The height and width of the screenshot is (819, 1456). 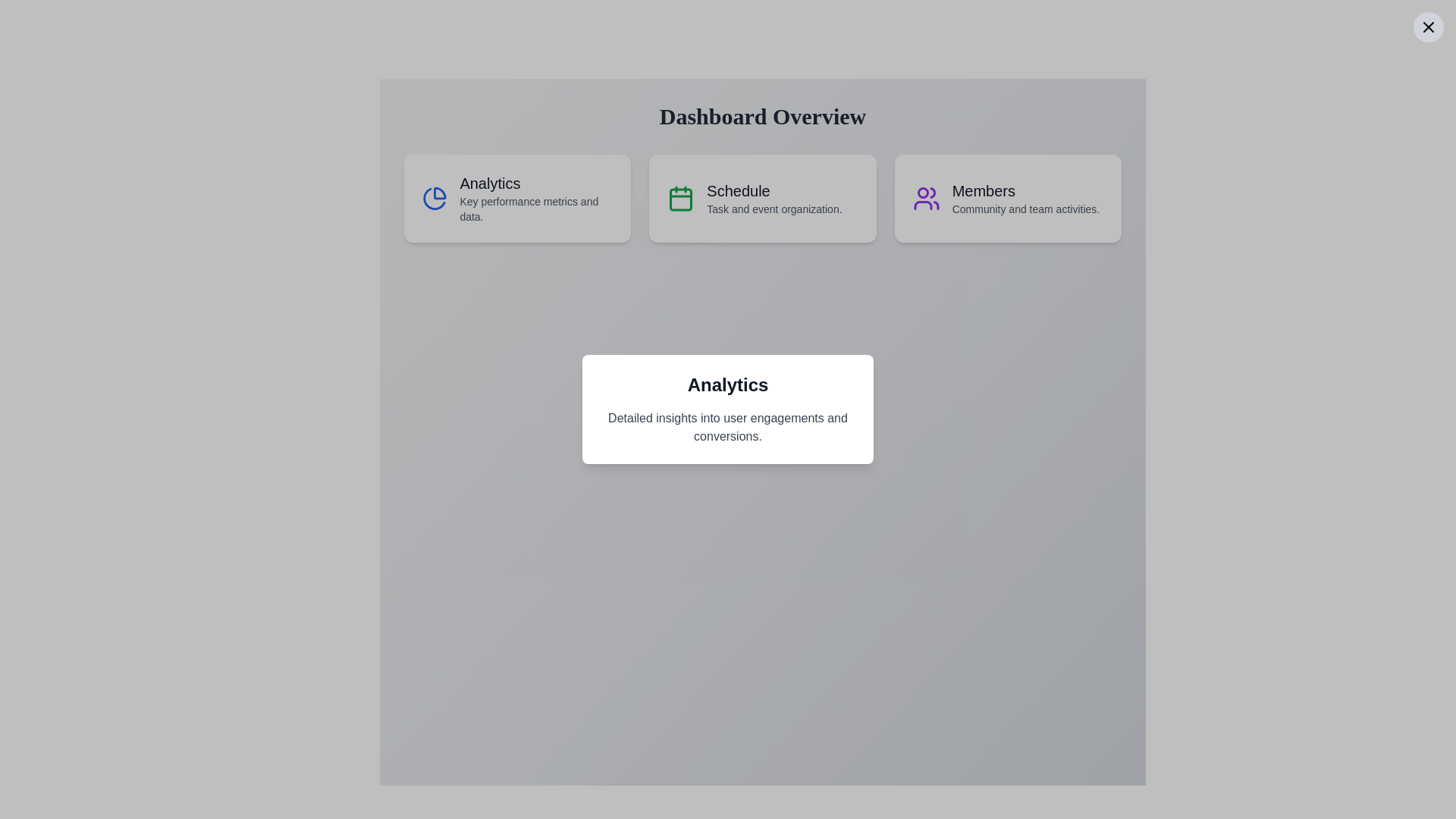 I want to click on the green calendar icon located to the left within the Schedule card on the Dashboard Overview page, next to the text description 'Task and event organization.', so click(x=680, y=198).